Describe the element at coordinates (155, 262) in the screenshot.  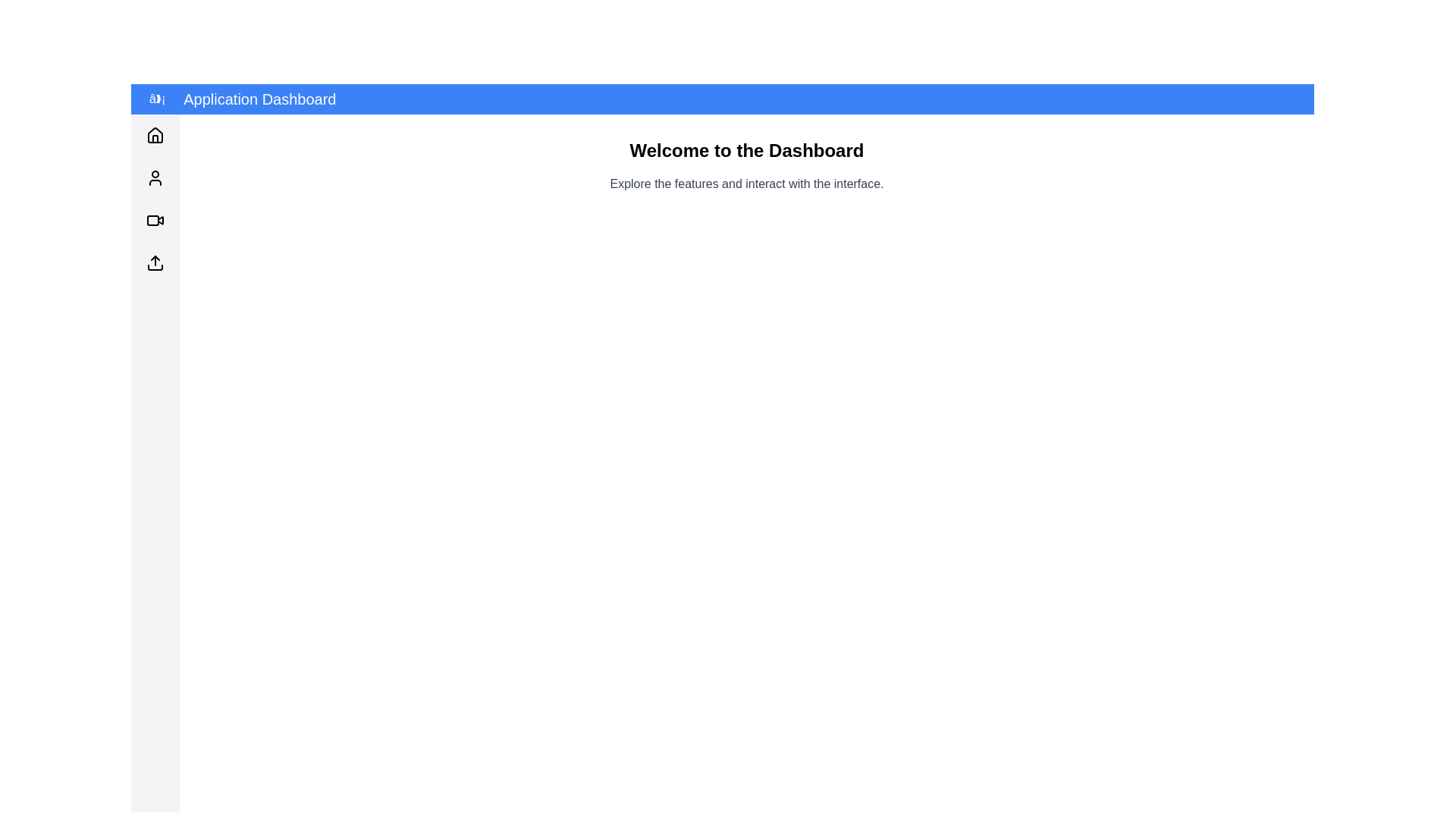
I see `the upload icon located in the fourth position from the top in the vertical navigation bar on the left side of the interface` at that location.